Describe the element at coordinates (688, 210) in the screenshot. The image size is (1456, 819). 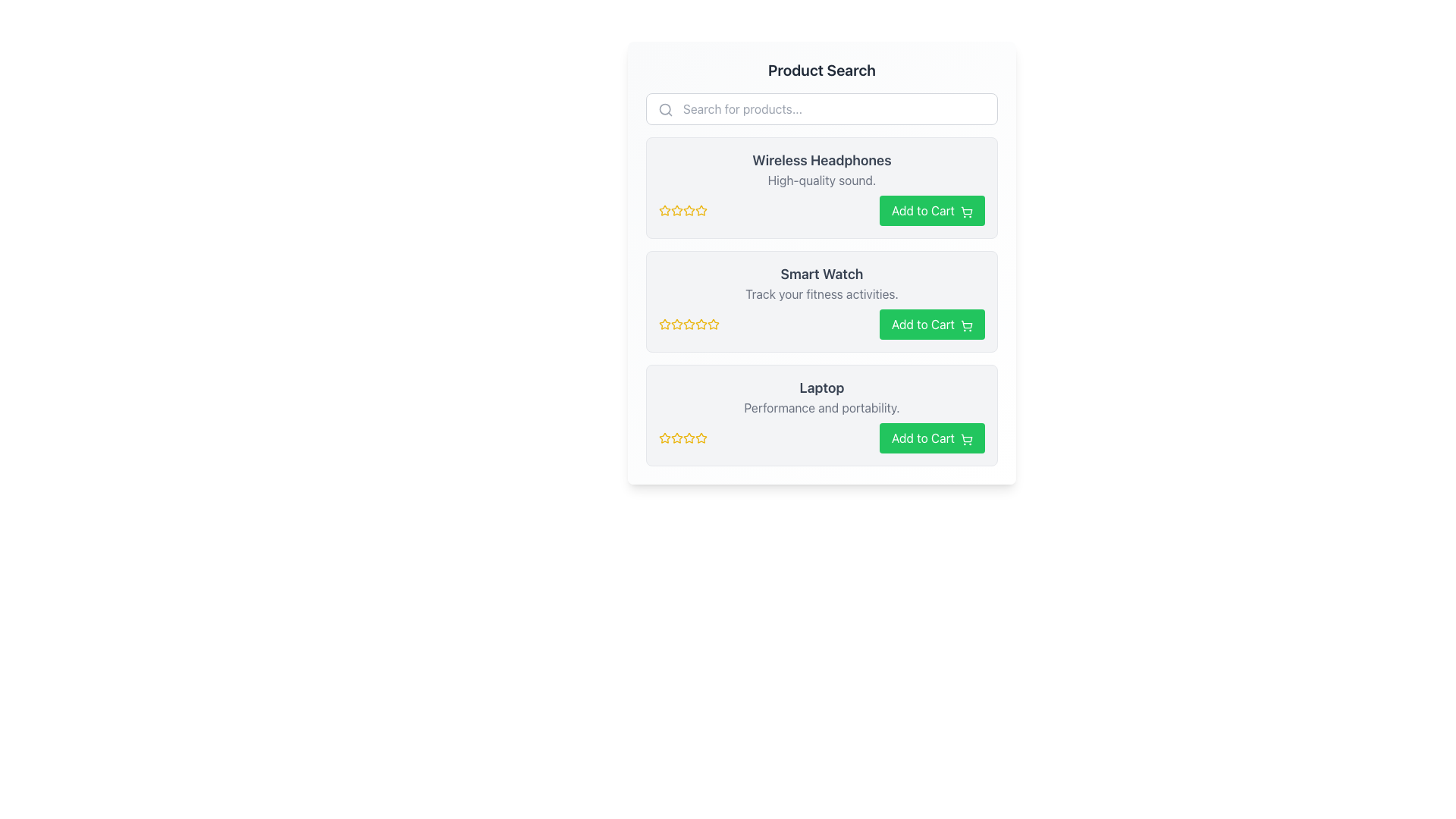
I see `fourth star-shaped icon with a yellow outline in the rating section beneath the 'Wireless Headphones' product entry` at that location.